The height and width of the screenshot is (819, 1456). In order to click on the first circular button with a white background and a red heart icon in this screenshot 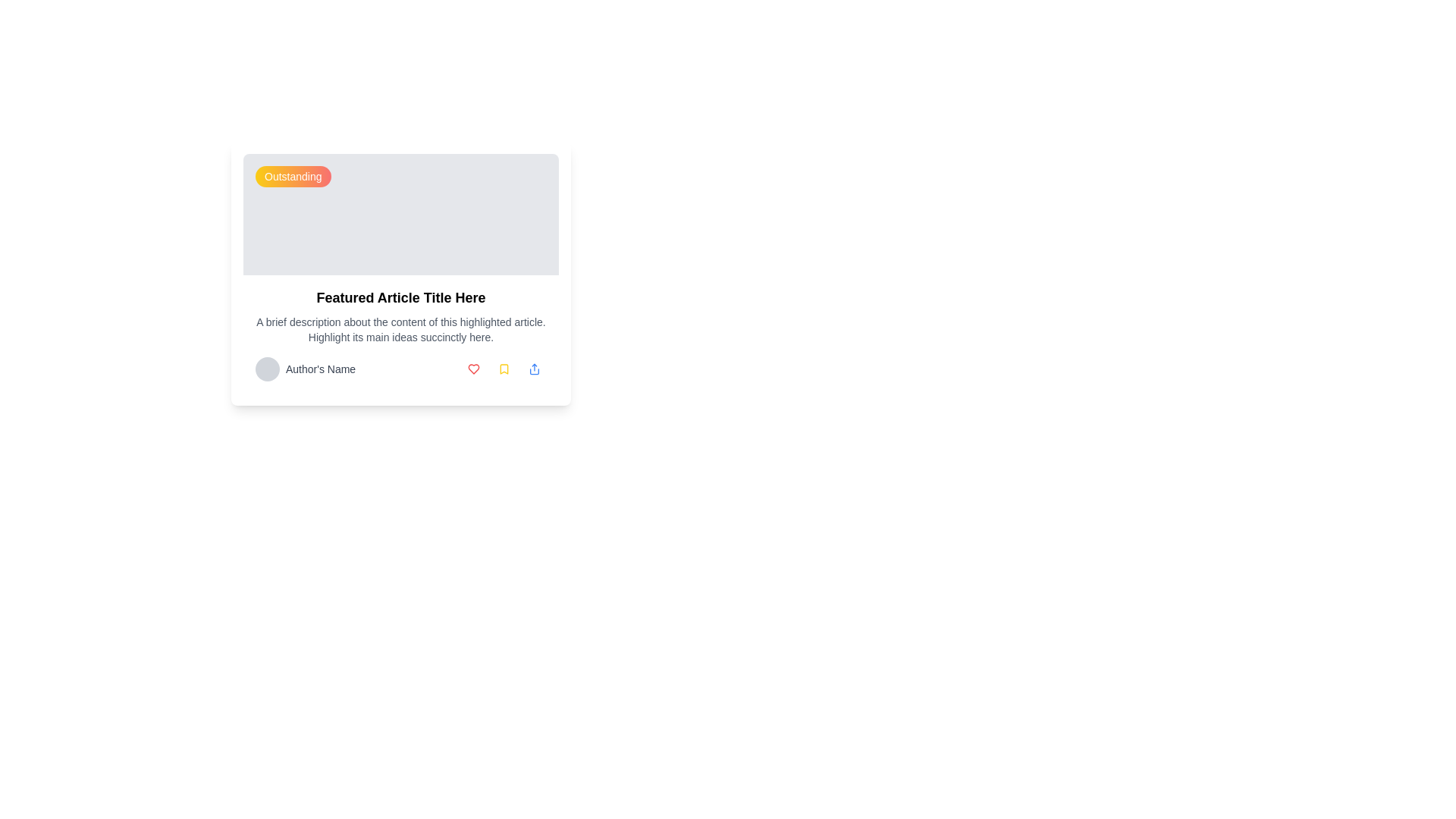, I will do `click(472, 369)`.